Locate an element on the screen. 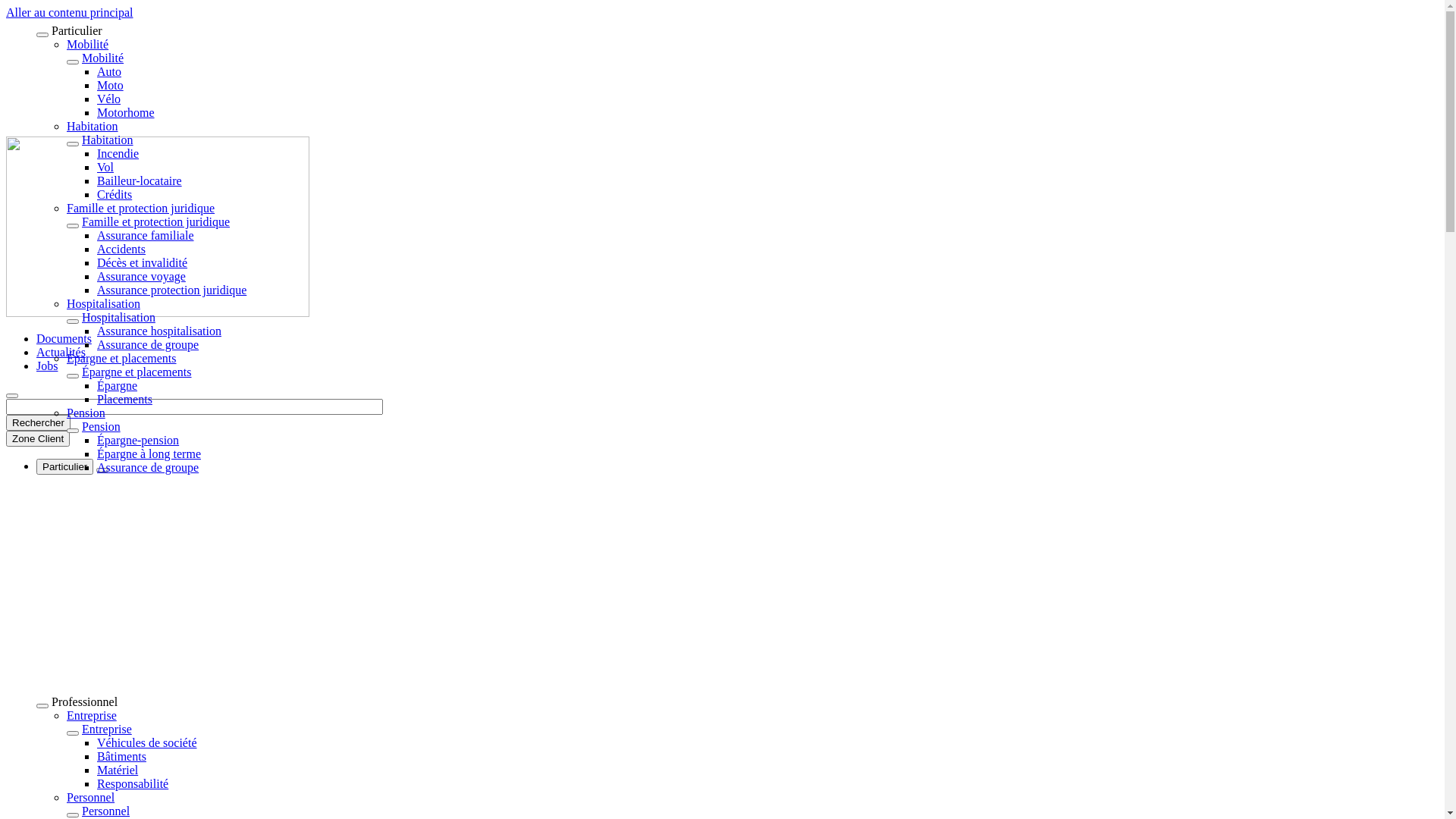  'Accidents' is located at coordinates (120, 248).